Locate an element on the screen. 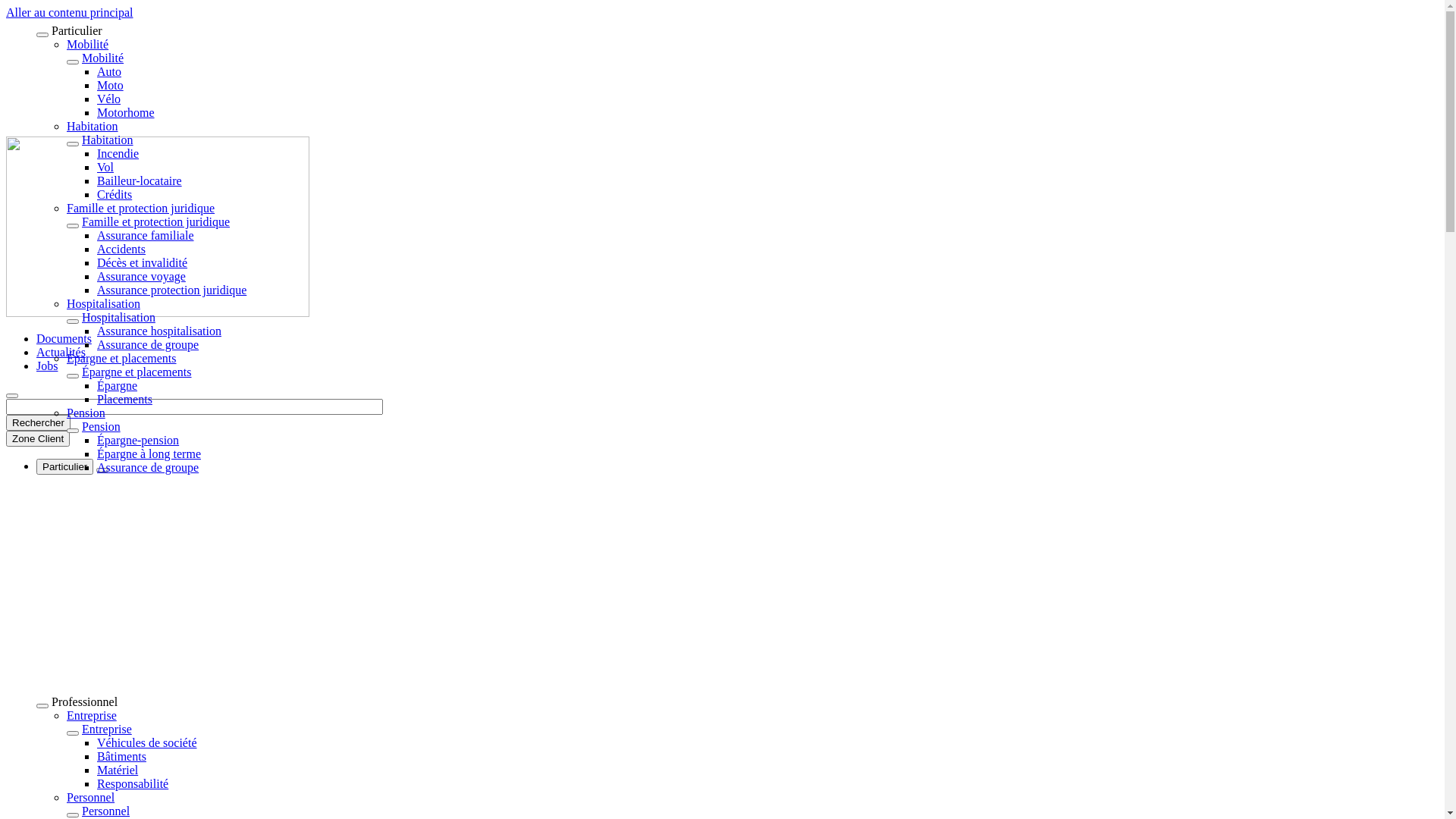  'Accidents' is located at coordinates (120, 248).